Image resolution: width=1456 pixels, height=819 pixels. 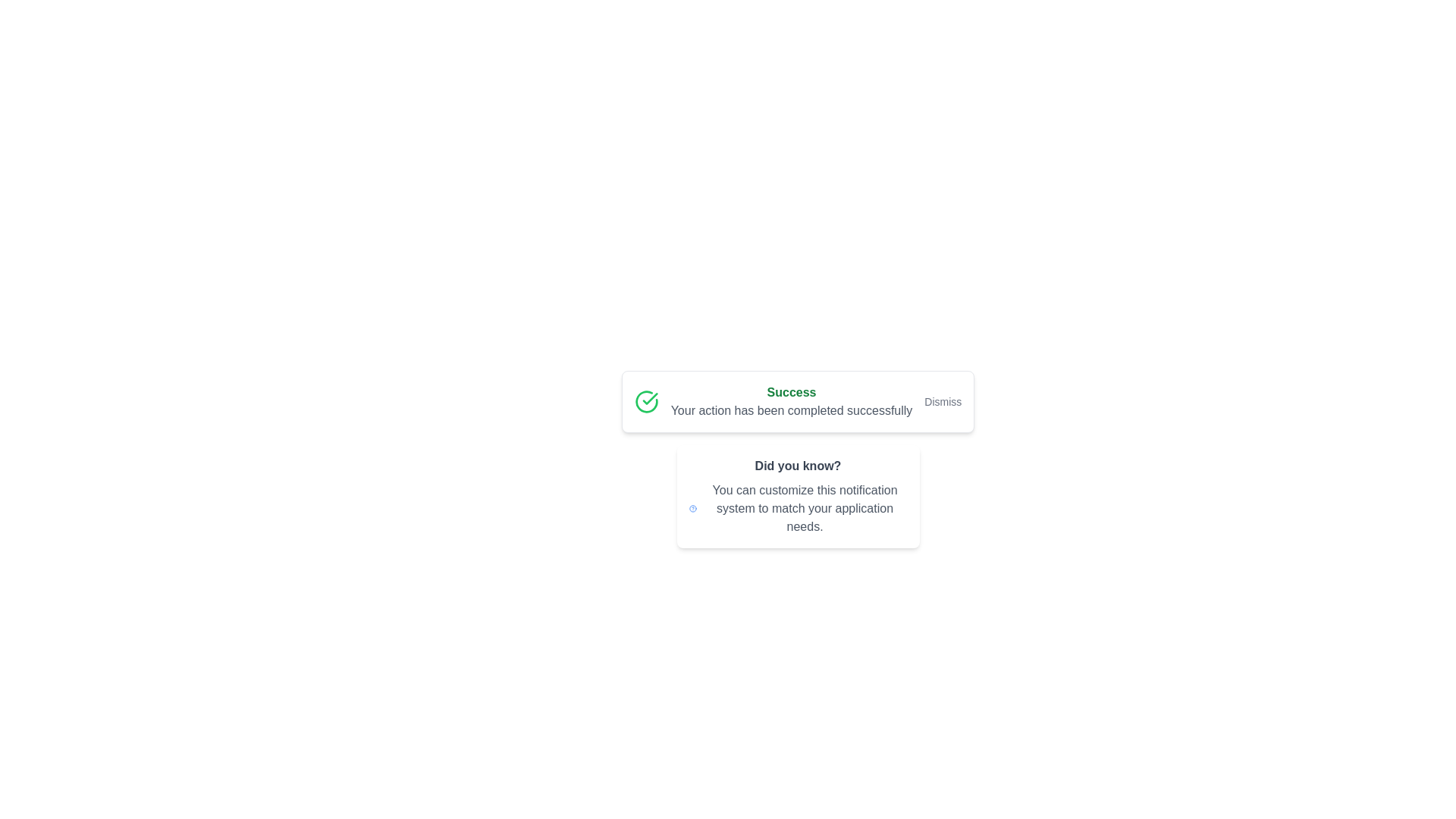 I want to click on the leftmost icon that serves as a visual indicator for the notification system settings, so click(x=692, y=509).